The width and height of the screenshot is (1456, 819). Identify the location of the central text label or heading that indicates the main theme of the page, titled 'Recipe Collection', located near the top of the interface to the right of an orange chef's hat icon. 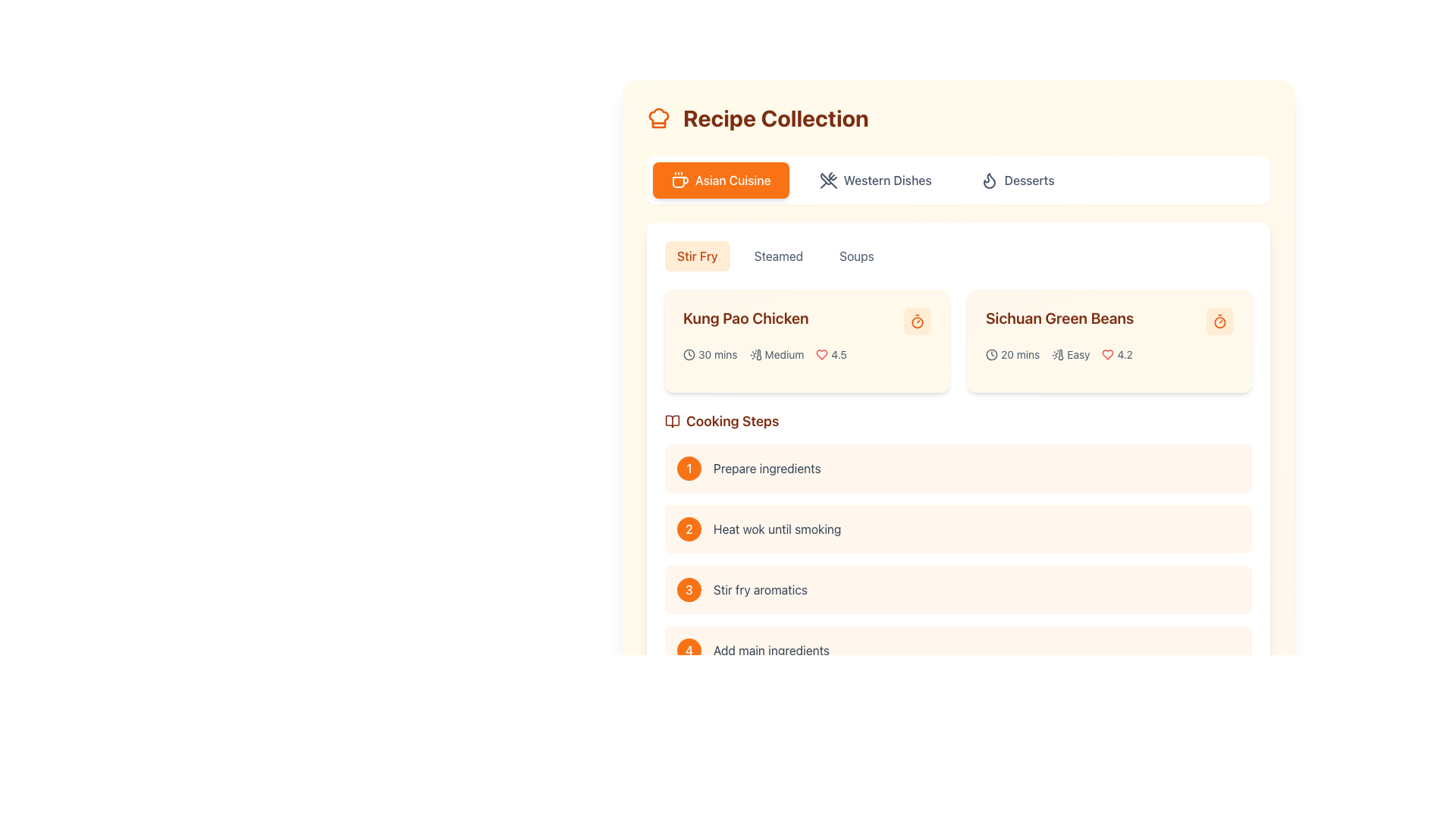
(776, 117).